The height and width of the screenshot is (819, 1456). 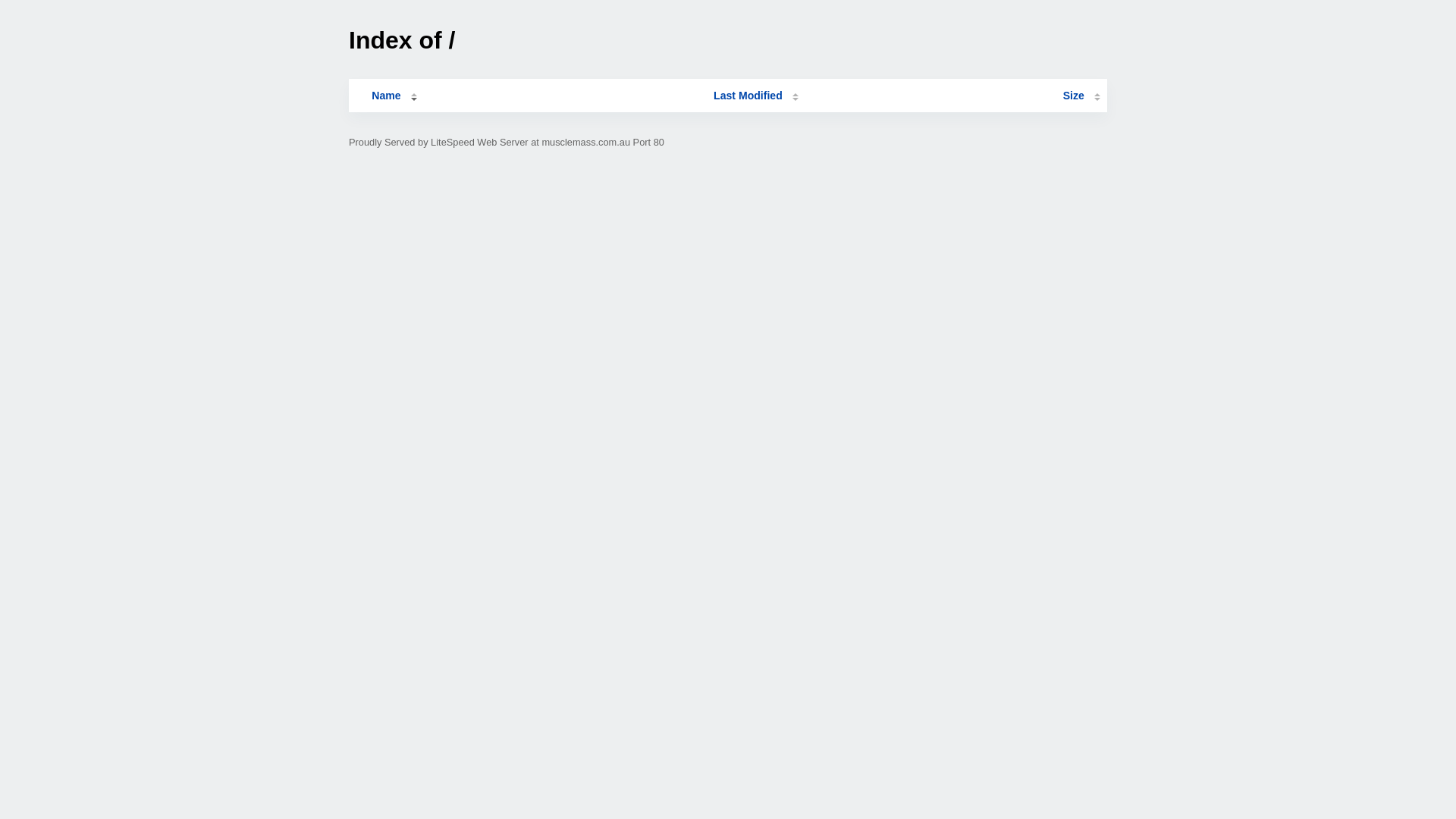 I want to click on 'Name', so click(x=355, y=96).